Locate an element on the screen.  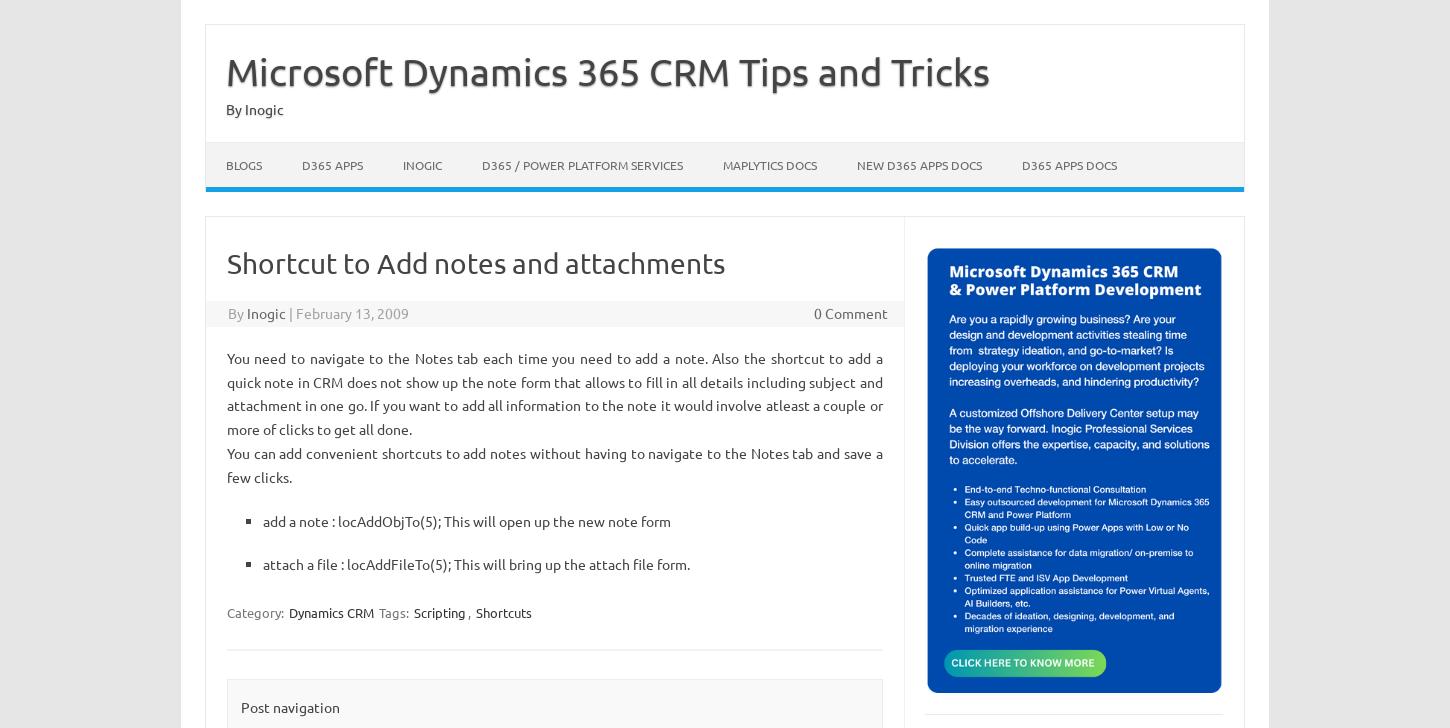
'Dynamics CRM' is located at coordinates (330, 612).